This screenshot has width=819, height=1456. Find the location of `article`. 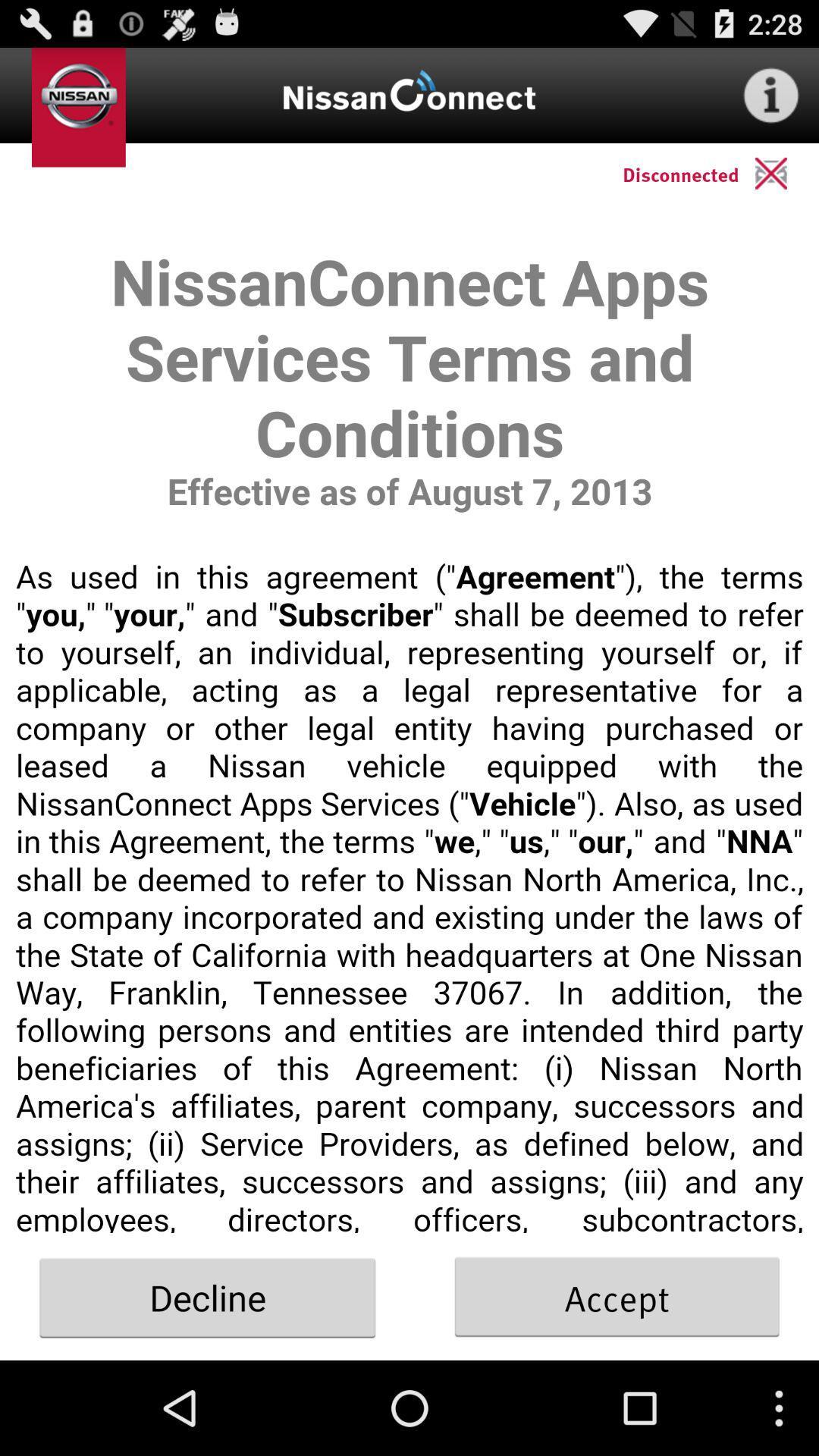

article is located at coordinates (409, 717).